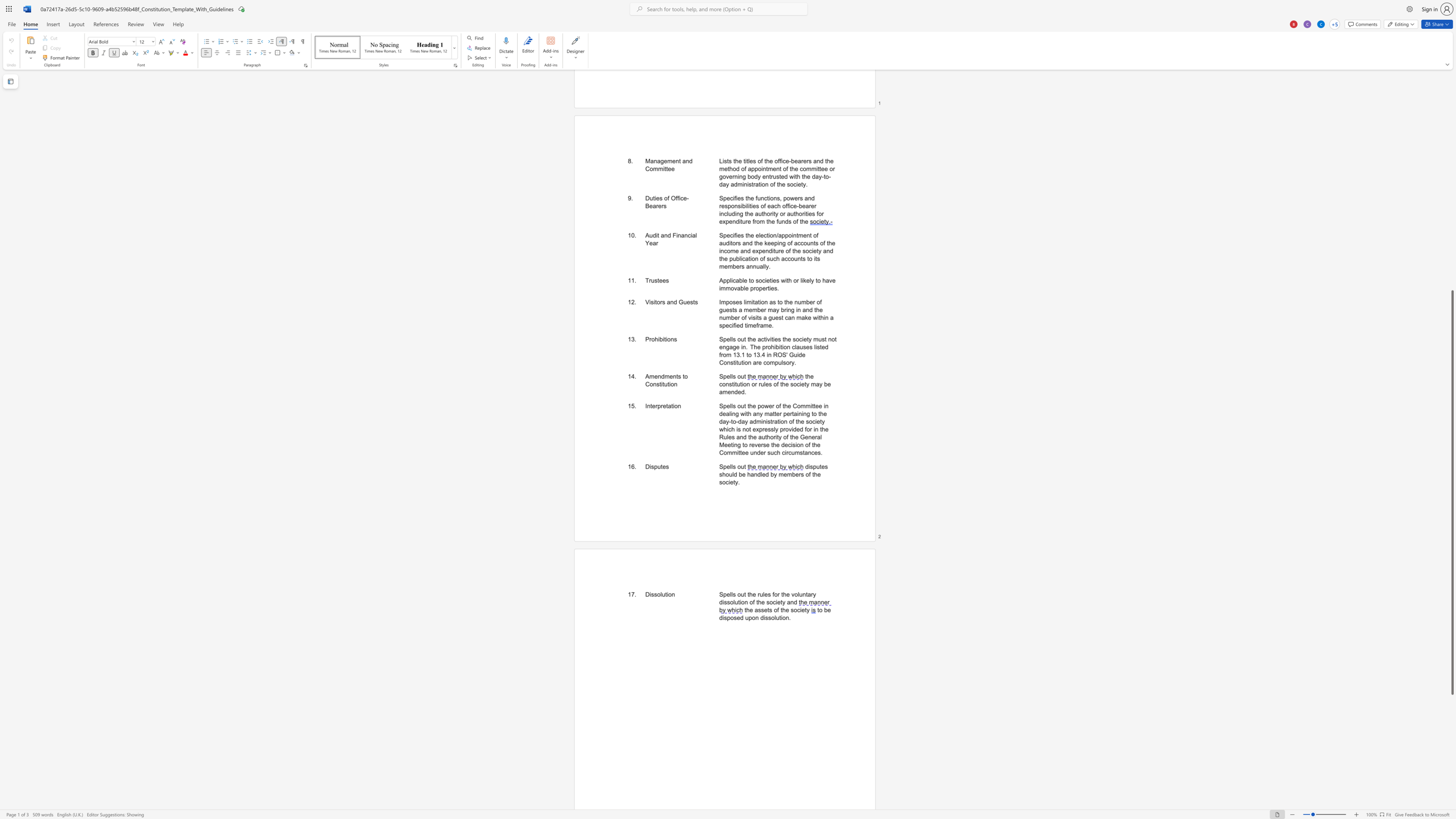 Image resolution: width=1456 pixels, height=819 pixels. Describe the element at coordinates (1451, 208) in the screenshot. I see `the scrollbar to slide the page up` at that location.